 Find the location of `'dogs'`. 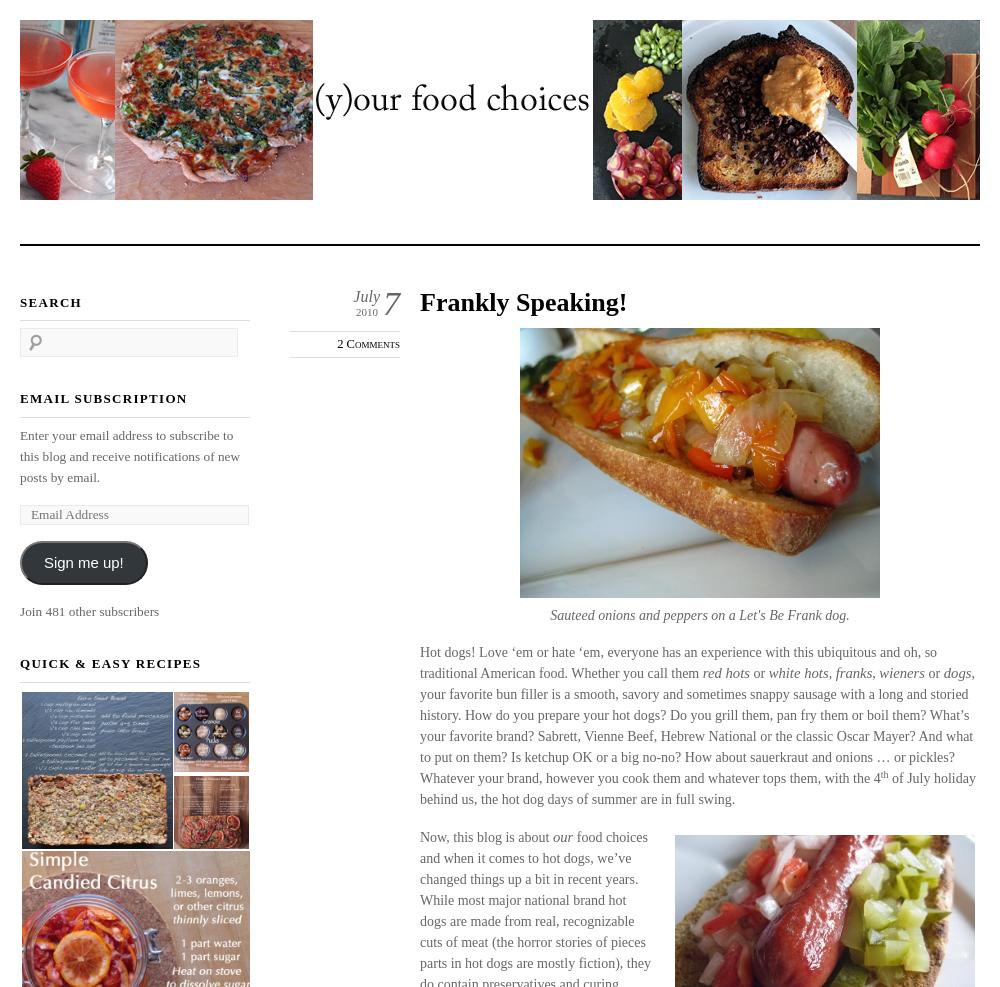

'dogs' is located at coordinates (942, 672).